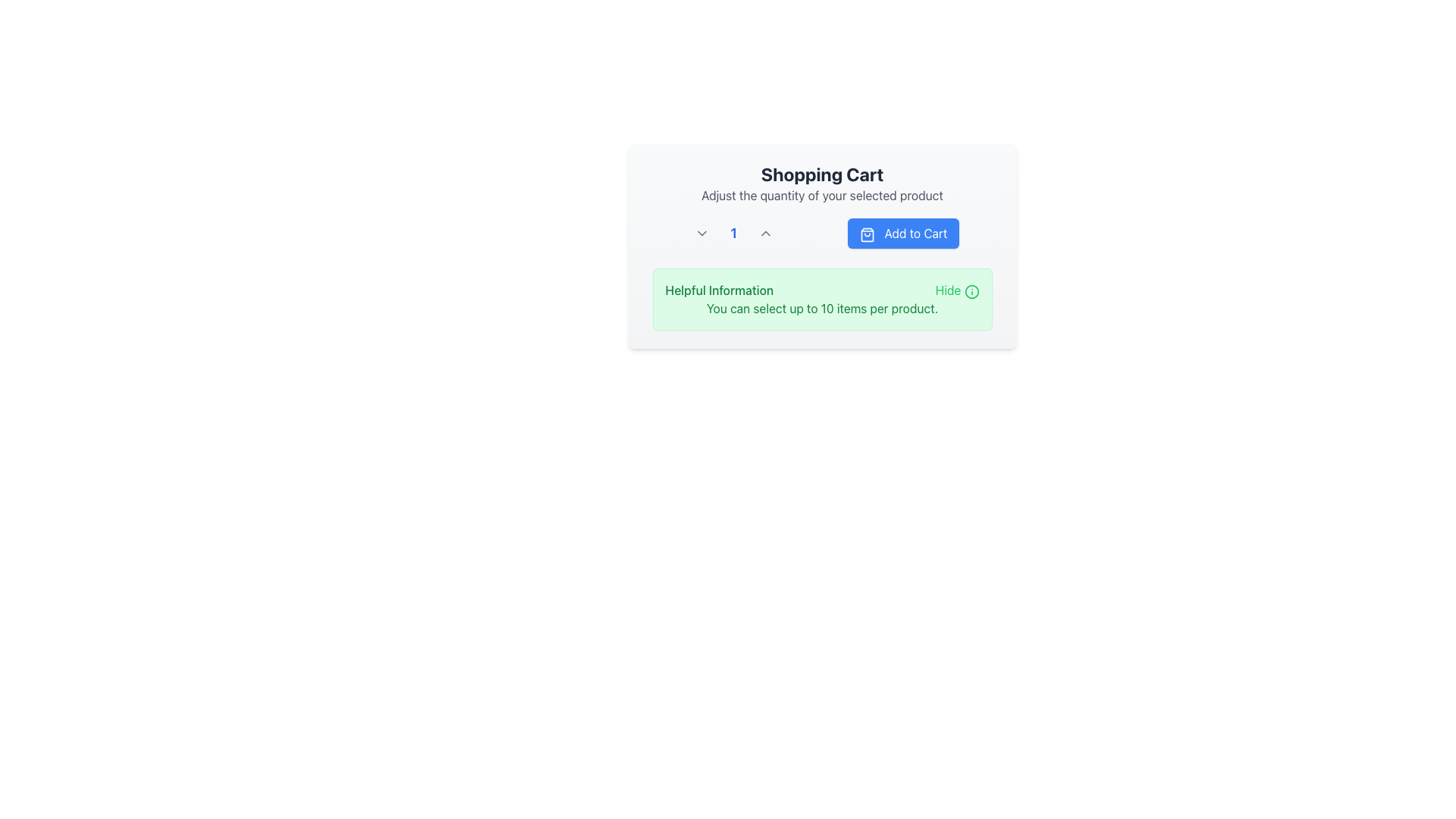 This screenshot has width=1456, height=819. What do you see at coordinates (903, 234) in the screenshot?
I see `the 'Add to Cart' button, which is a rectangular button with rounded corners, blue background, white text, and a shopping bag icon, to change its background color indicating interactivity` at bounding box center [903, 234].